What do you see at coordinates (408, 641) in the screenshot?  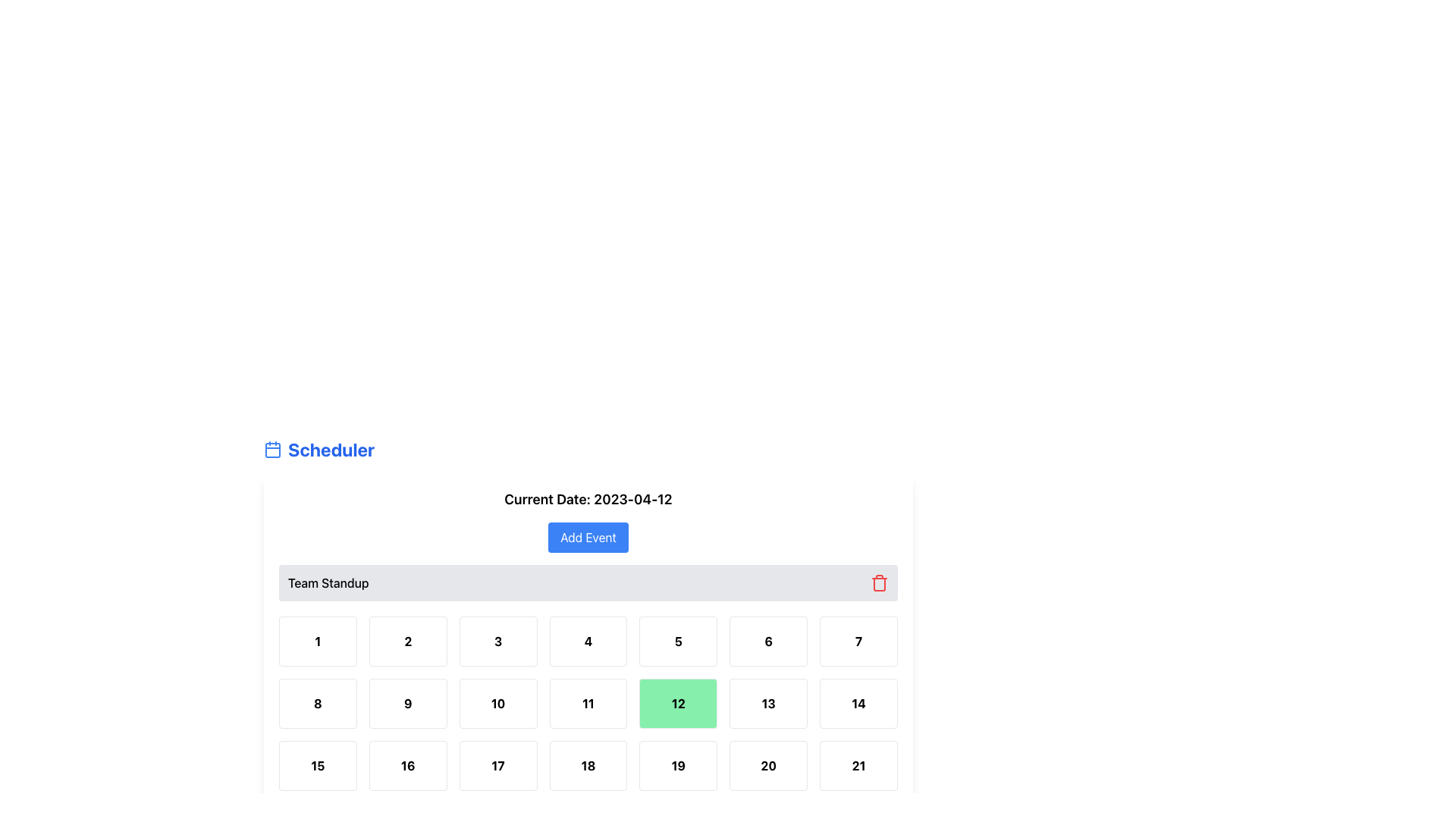 I see `the clickable box containing the number '2' to change its background color` at bounding box center [408, 641].